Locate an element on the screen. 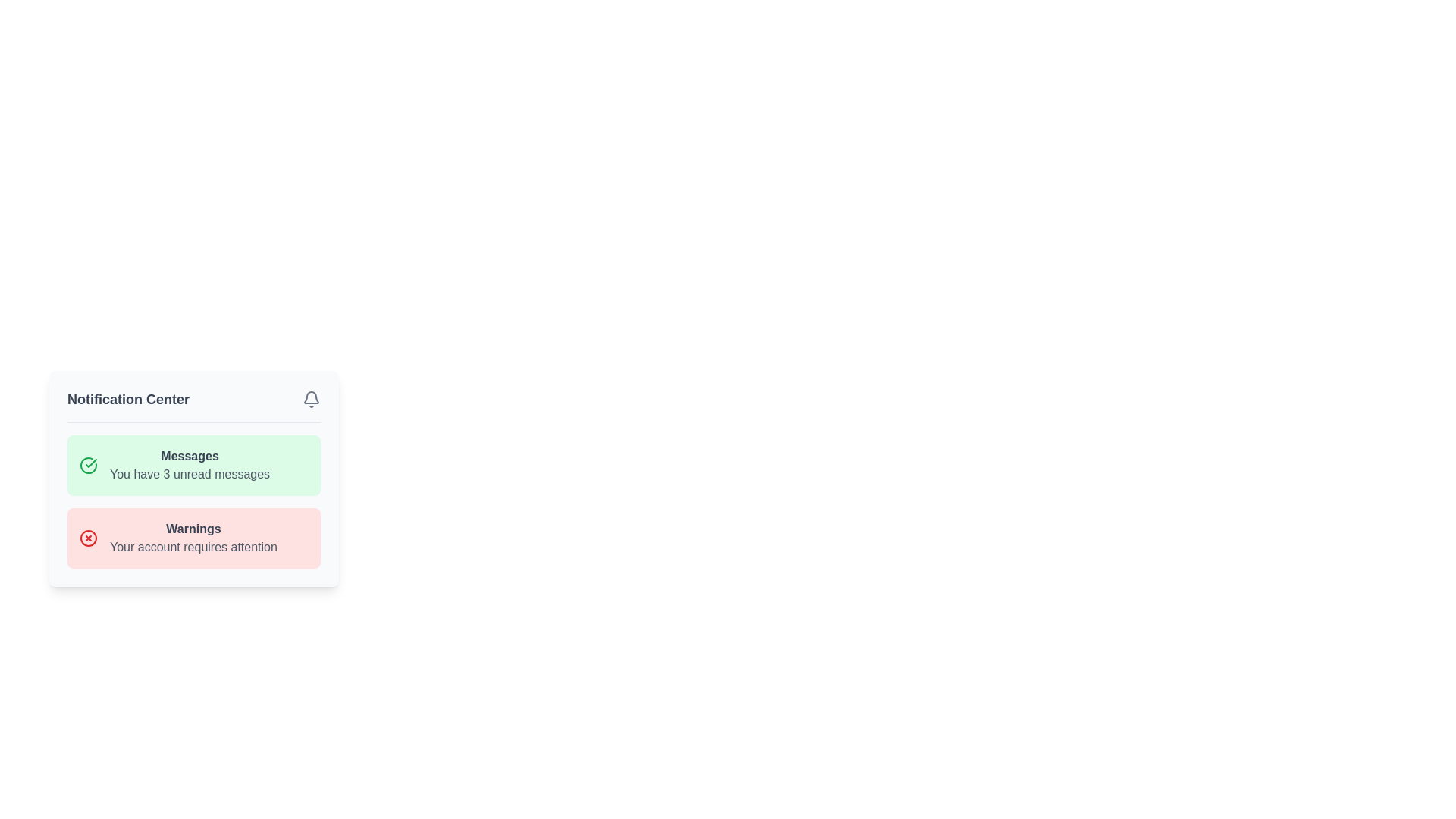 The height and width of the screenshot is (819, 1456). the green check-mark icon located to the left of the 'Messages' title in the notification entry, which indicates unread messages is located at coordinates (87, 464).